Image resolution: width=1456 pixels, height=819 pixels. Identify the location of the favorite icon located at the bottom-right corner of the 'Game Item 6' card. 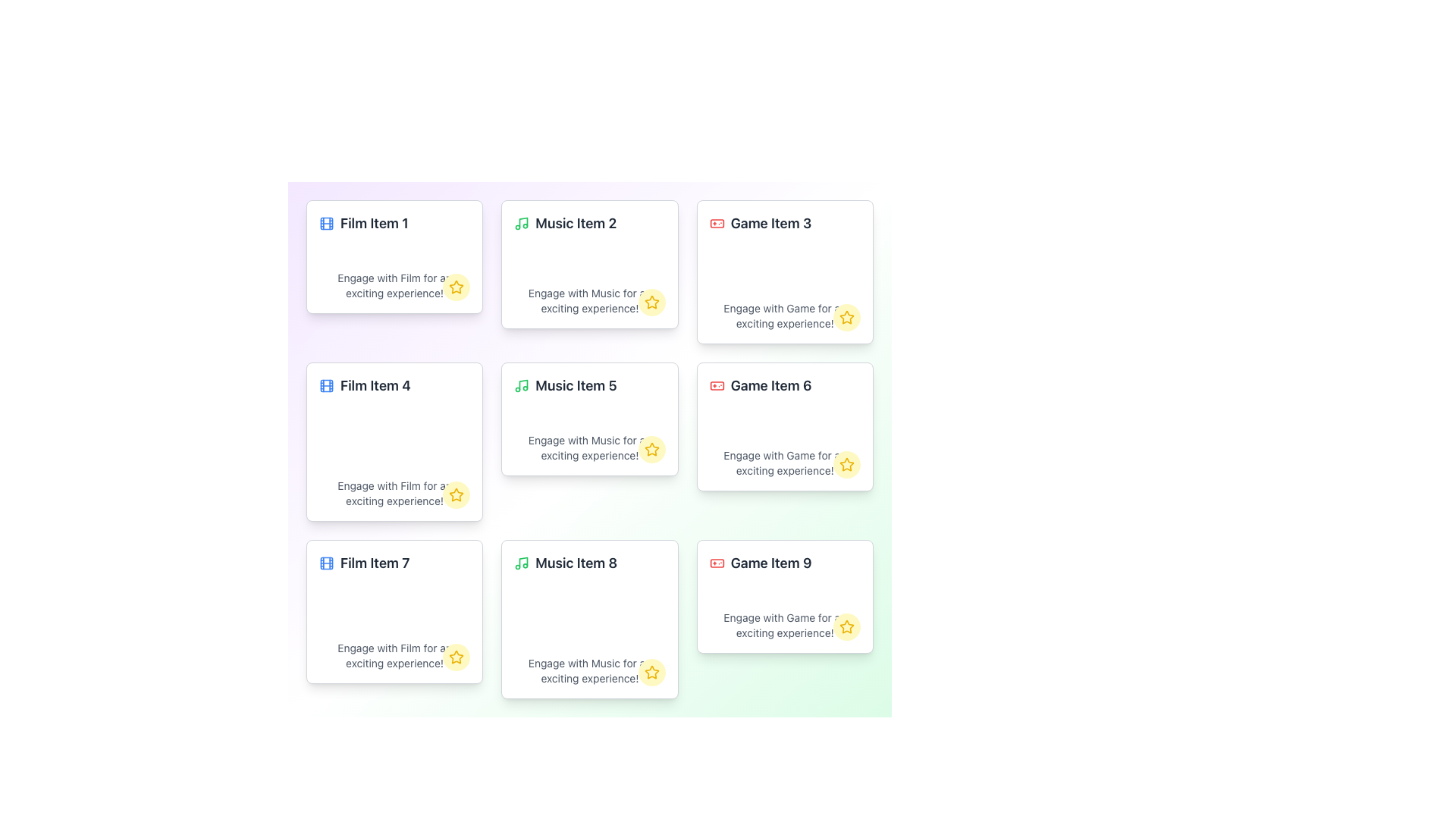
(846, 464).